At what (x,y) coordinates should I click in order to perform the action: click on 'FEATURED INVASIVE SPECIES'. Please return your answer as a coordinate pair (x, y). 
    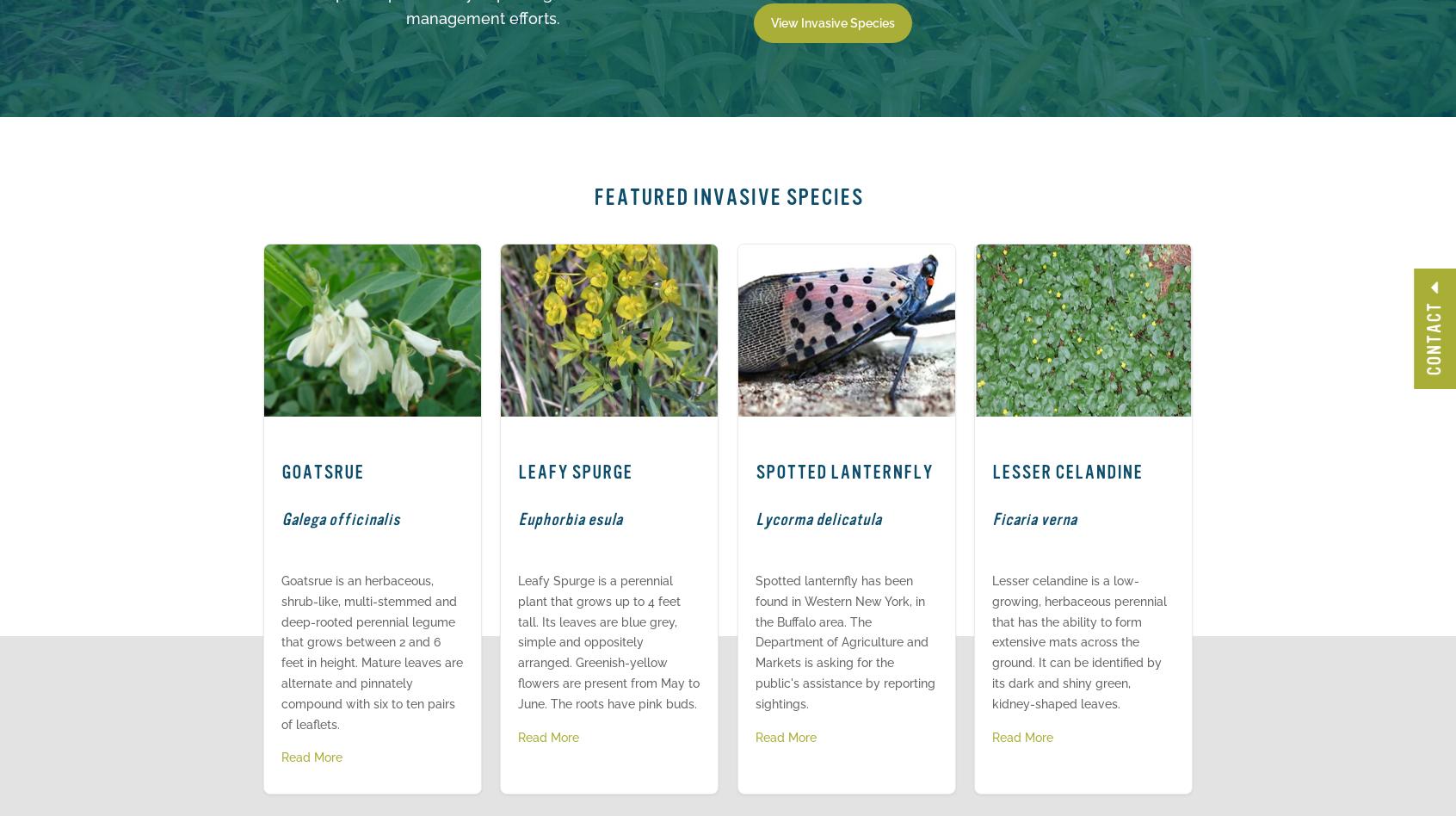
    Looking at the image, I should click on (727, 196).